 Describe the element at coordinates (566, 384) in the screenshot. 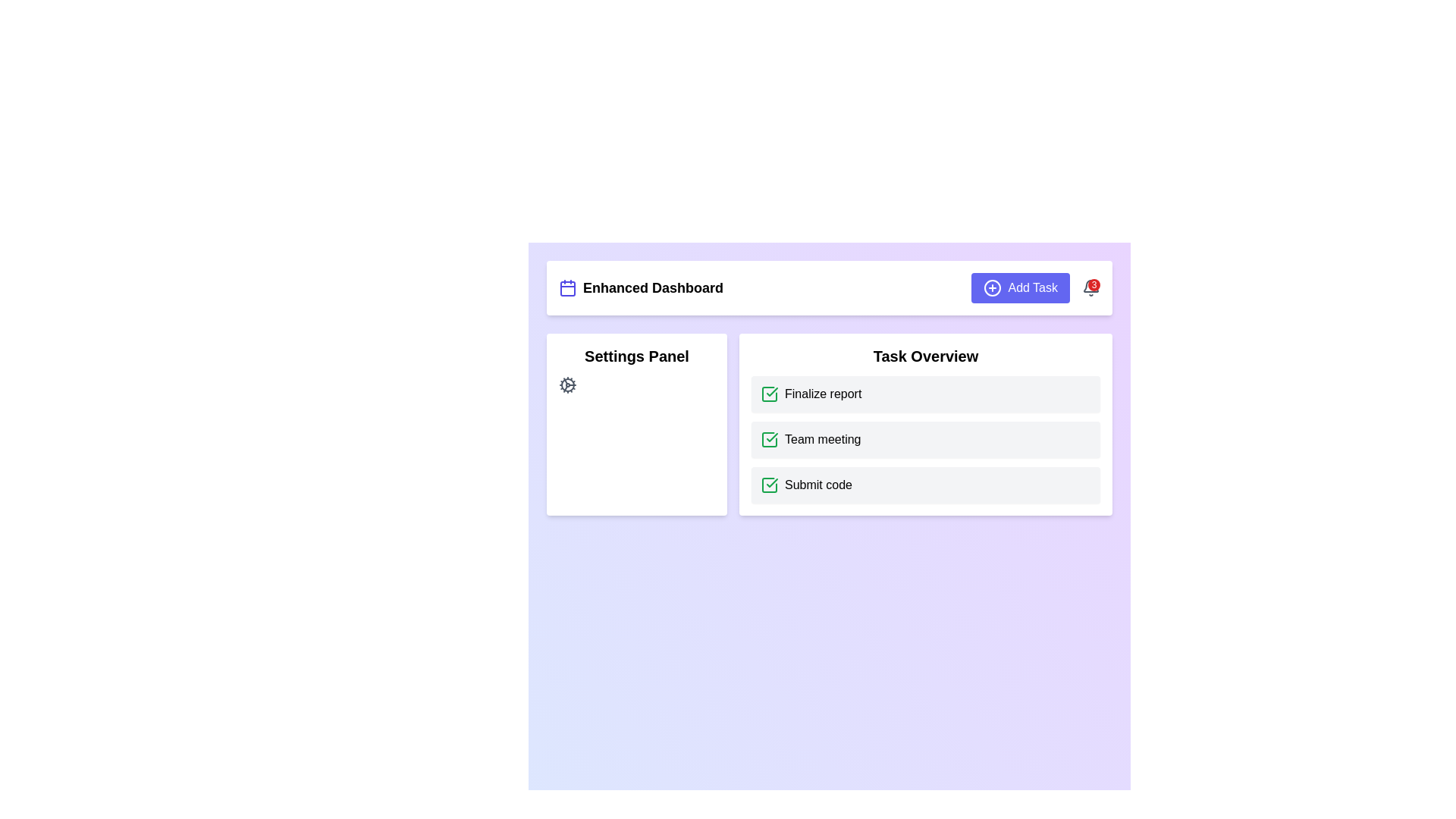

I see `the gray cog or gear icon located within the 'Settings Panel' card, positioned slightly below the panel's title text and aligned centrally horizontally` at that location.